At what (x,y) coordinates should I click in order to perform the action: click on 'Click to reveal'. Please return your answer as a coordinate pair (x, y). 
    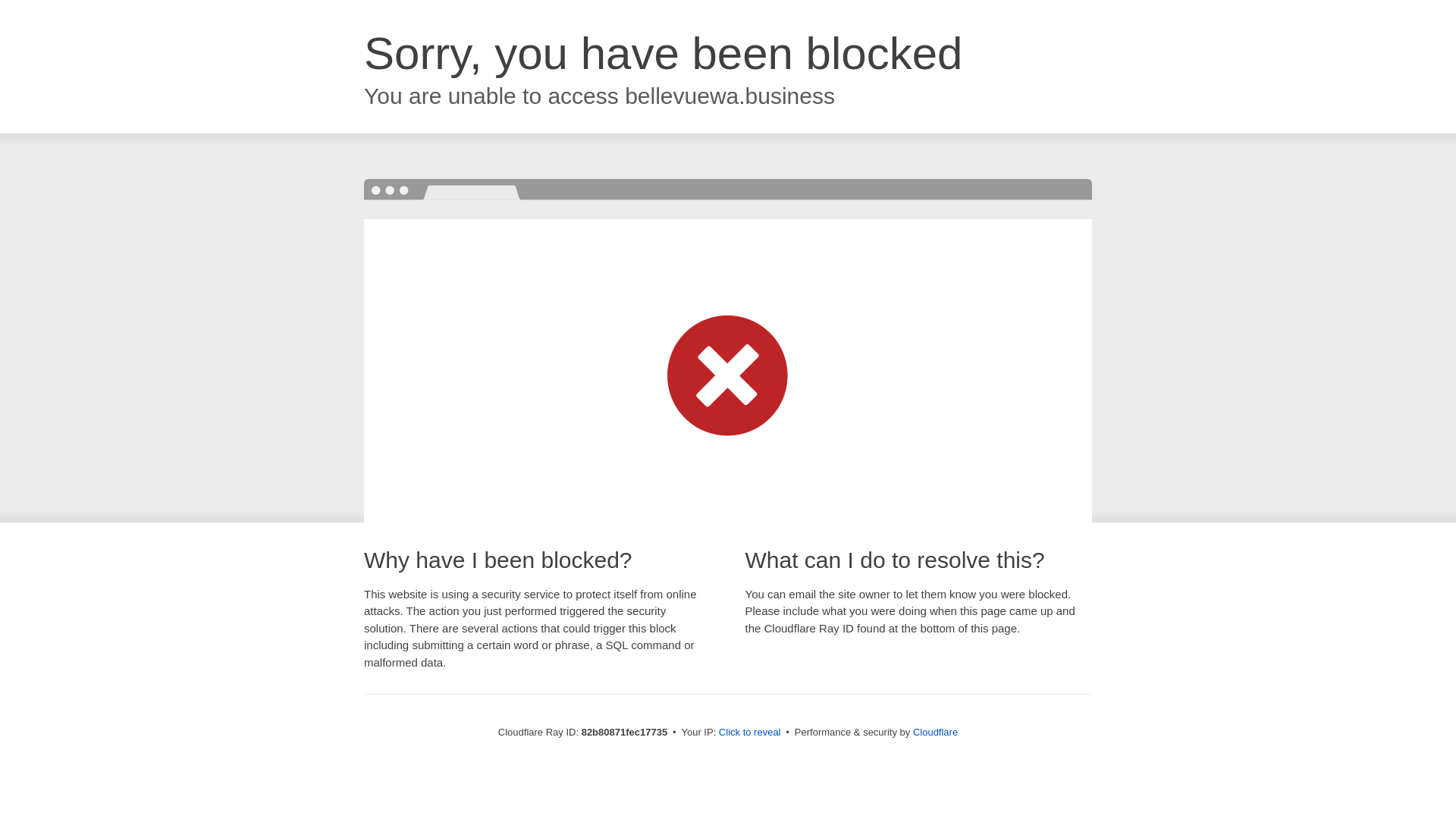
    Looking at the image, I should click on (749, 731).